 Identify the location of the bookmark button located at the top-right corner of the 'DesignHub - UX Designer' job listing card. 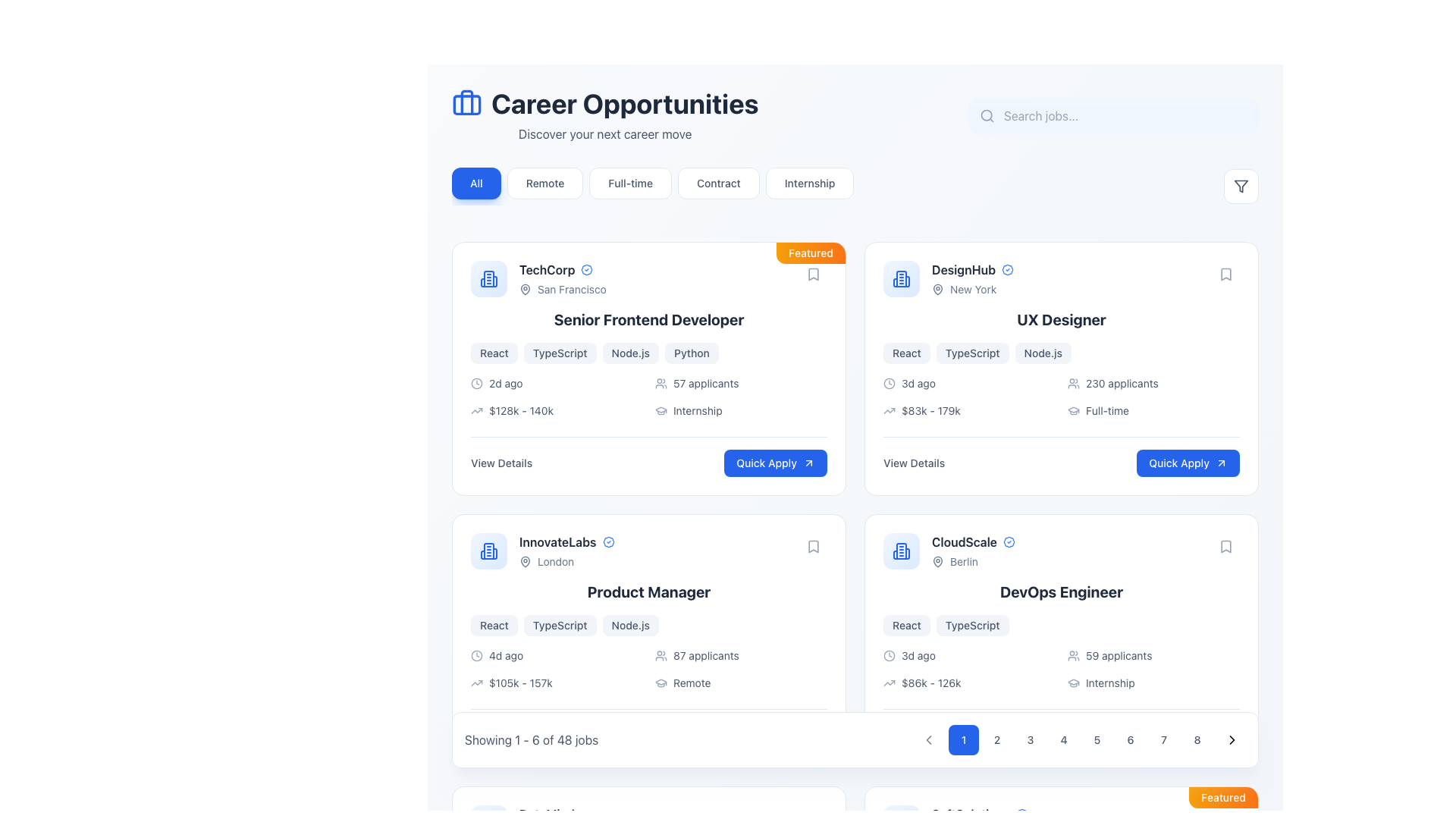
(1226, 275).